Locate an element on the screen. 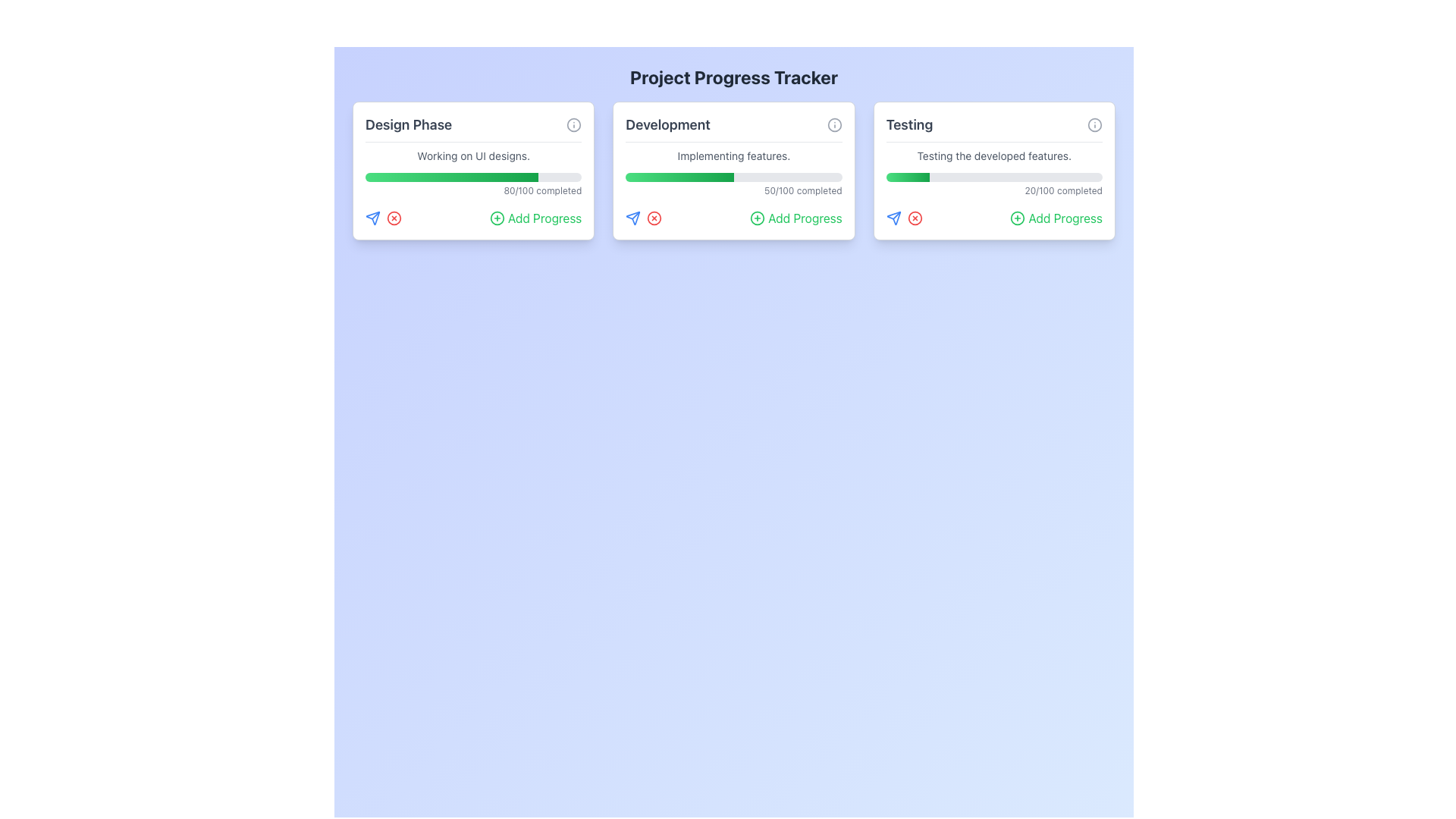 The height and width of the screenshot is (819, 1456). the progress value is located at coordinates (901, 177).